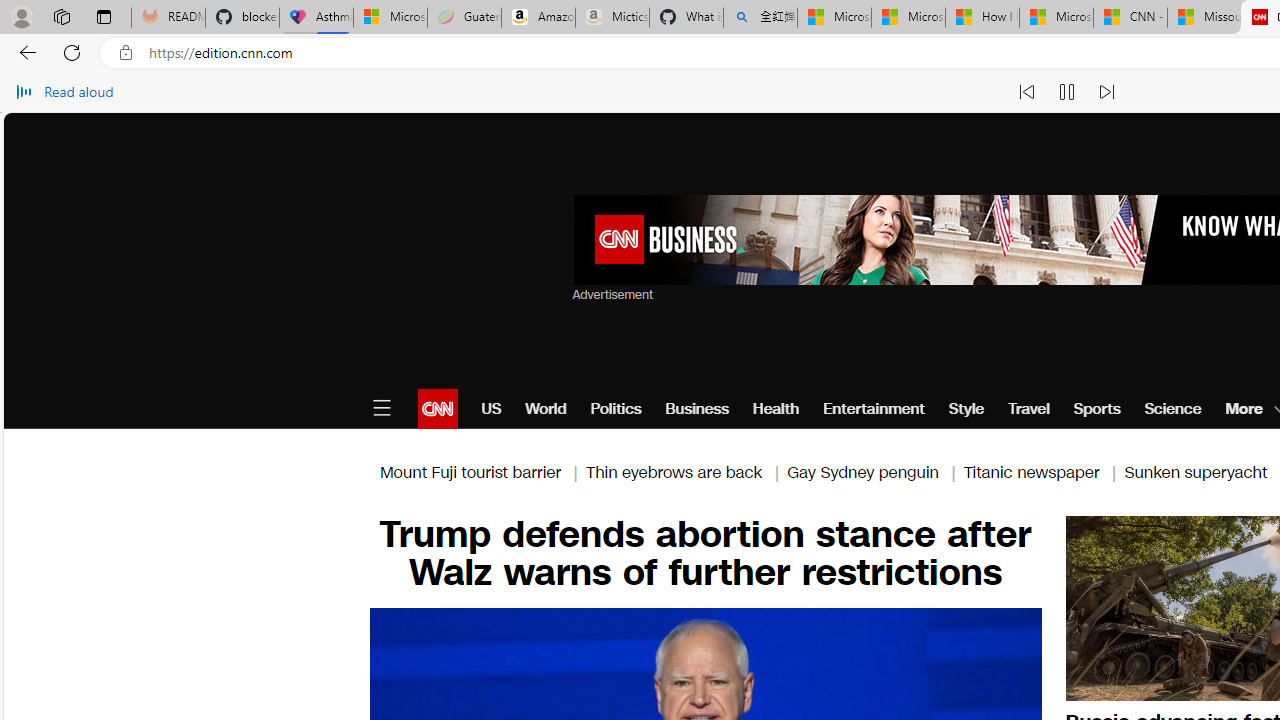 This screenshot has height=720, width=1280. I want to click on 'Pause read aloud (Ctrl+Shift+U)', so click(1065, 92).